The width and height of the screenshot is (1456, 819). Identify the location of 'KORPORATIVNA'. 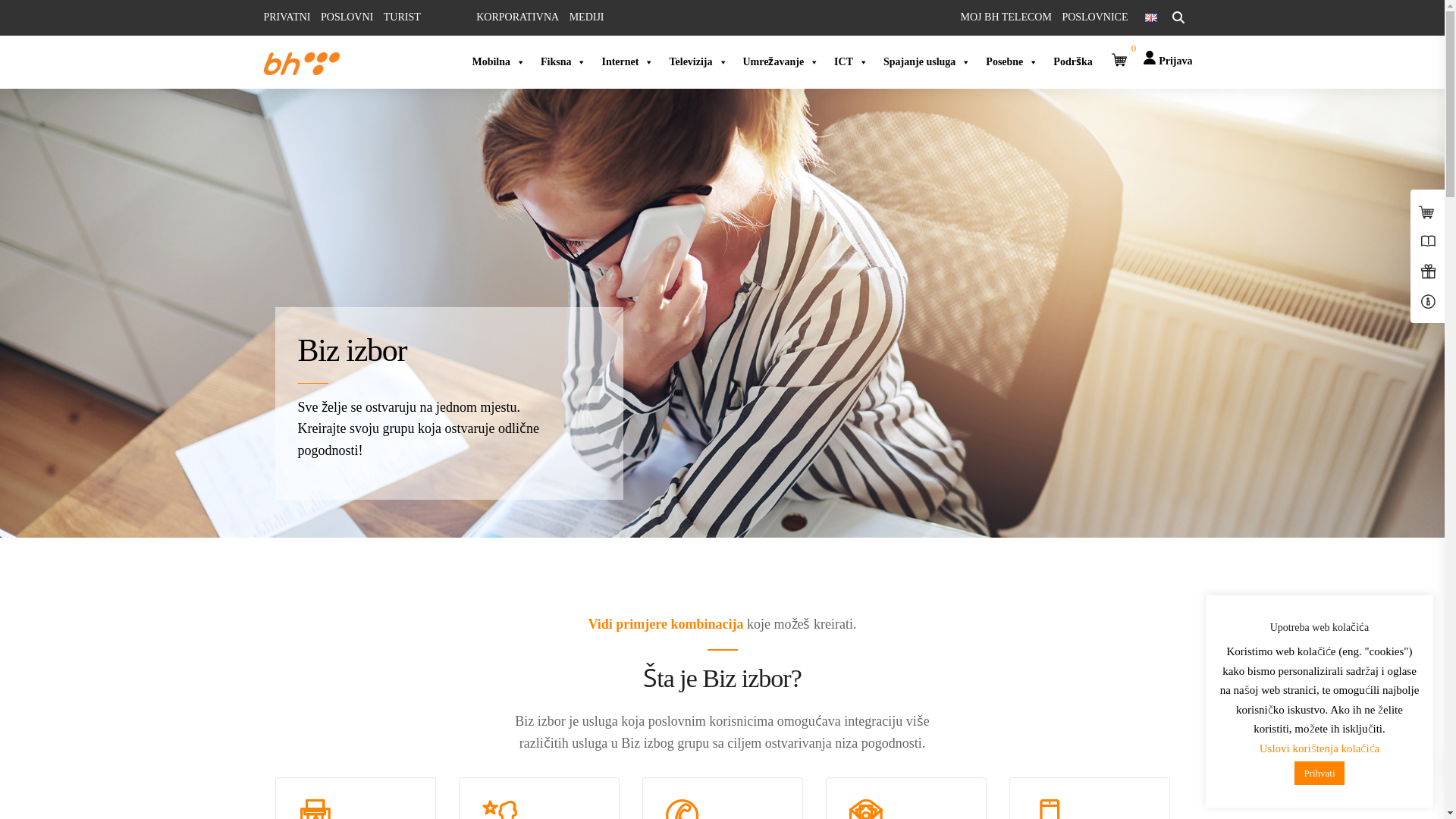
(517, 17).